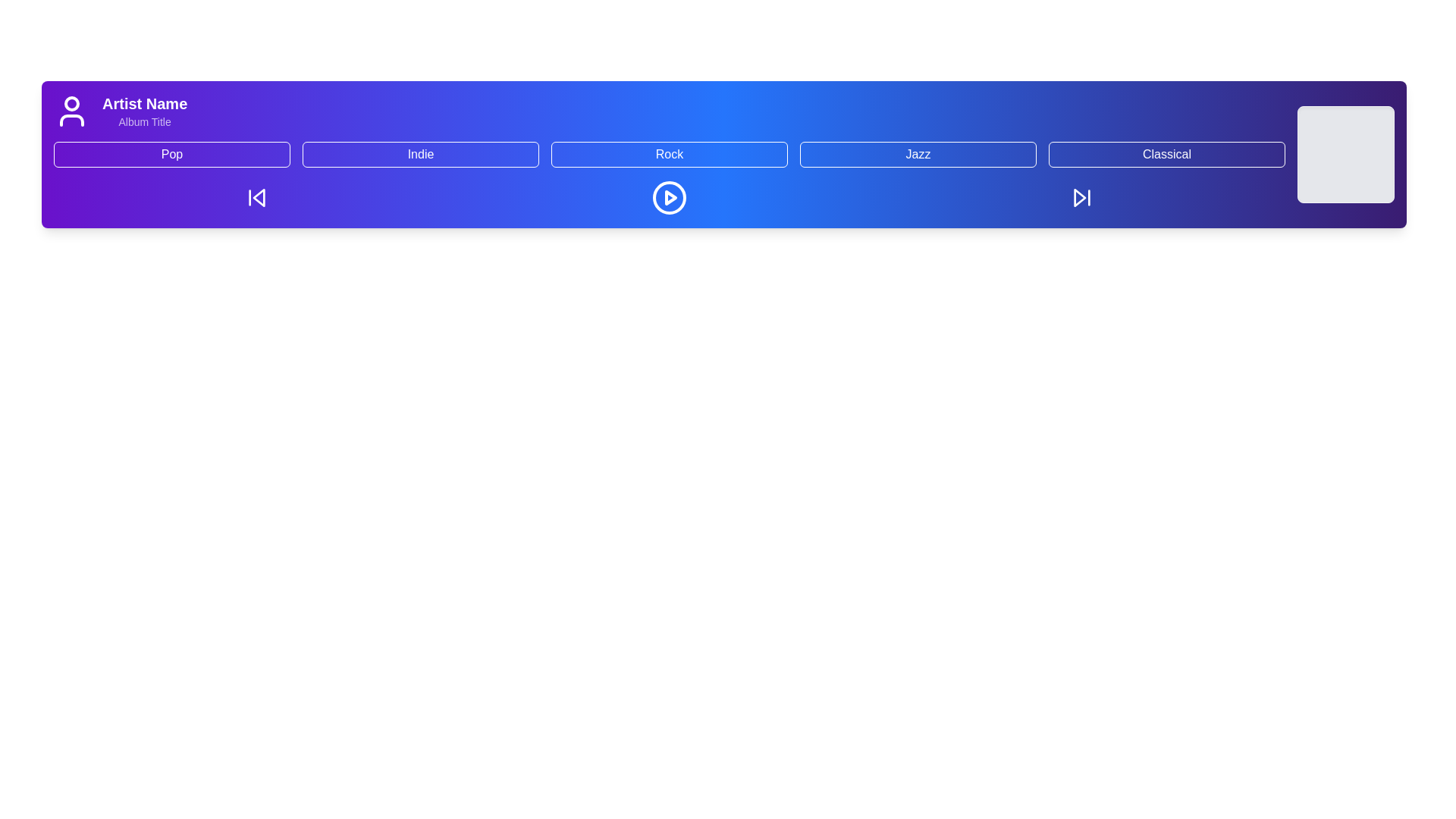 This screenshot has height=819, width=1456. What do you see at coordinates (71, 119) in the screenshot?
I see `the user icon element, which is part of a vector graphic representing a simplified person outline, located below the head shape and adjacent to the text 'Artist Name' and 'Album Title'` at bounding box center [71, 119].